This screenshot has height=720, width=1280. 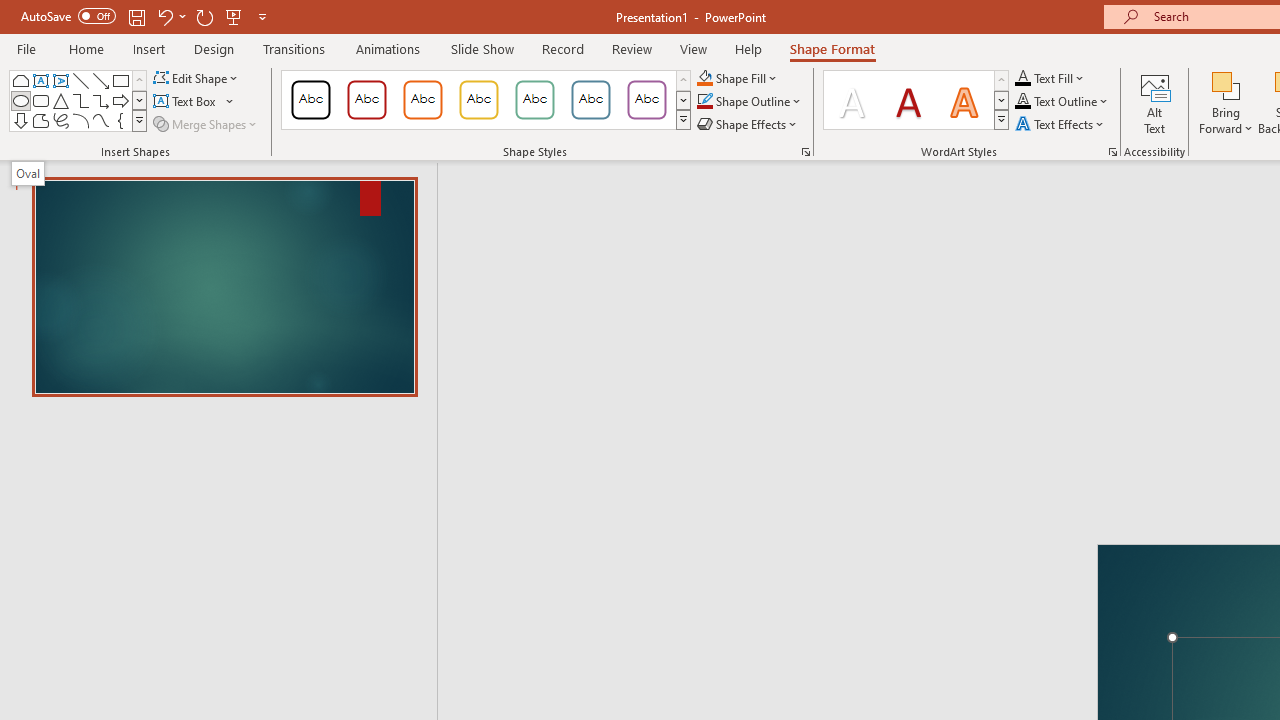 I want to click on 'Shape Fill Orange, Accent 2', so click(x=704, y=77).